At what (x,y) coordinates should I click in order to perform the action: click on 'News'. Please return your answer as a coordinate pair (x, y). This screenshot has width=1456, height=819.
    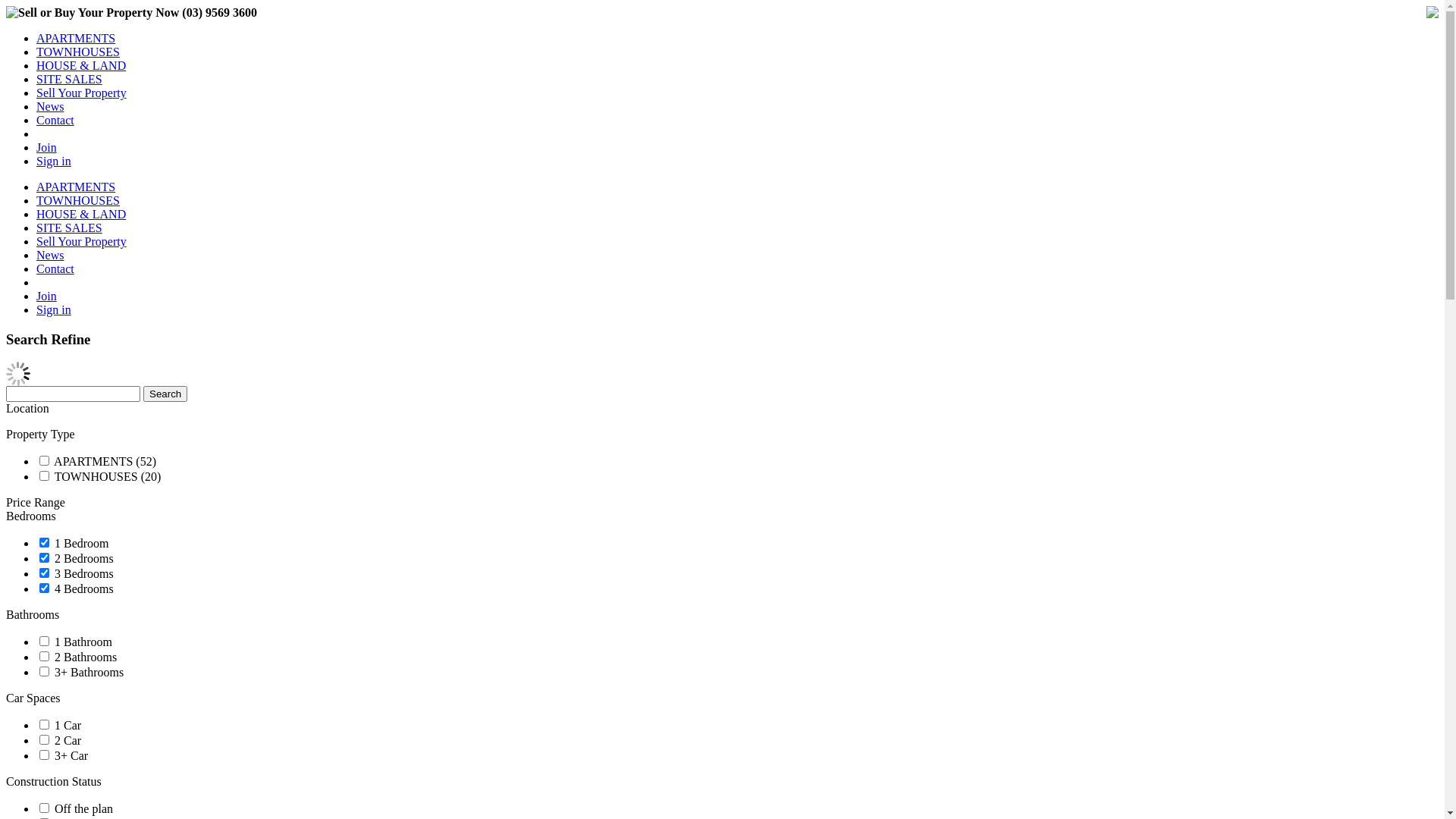
    Looking at the image, I should click on (50, 254).